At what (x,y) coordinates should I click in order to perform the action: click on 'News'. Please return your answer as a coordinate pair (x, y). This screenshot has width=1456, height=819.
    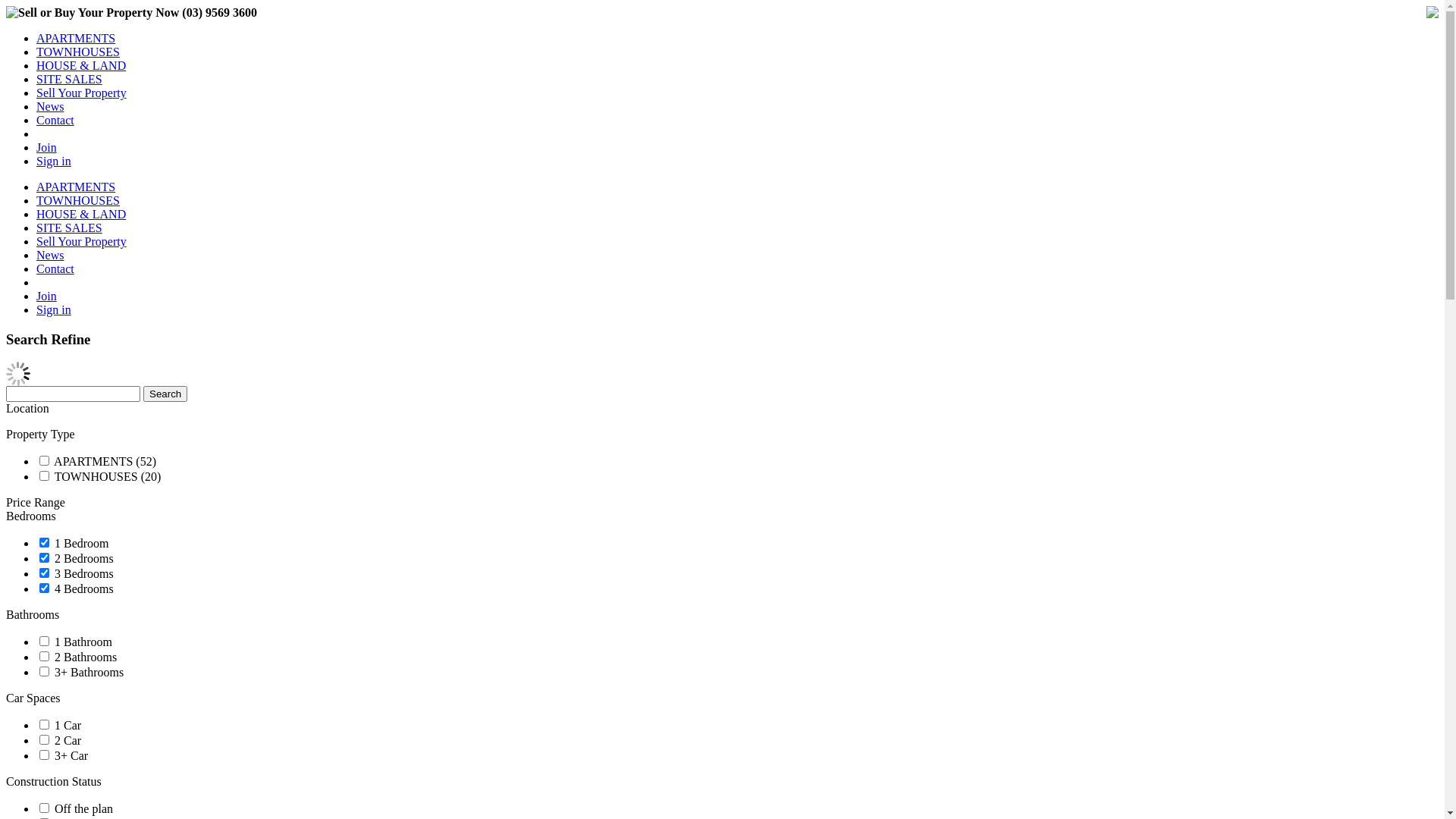
    Looking at the image, I should click on (50, 254).